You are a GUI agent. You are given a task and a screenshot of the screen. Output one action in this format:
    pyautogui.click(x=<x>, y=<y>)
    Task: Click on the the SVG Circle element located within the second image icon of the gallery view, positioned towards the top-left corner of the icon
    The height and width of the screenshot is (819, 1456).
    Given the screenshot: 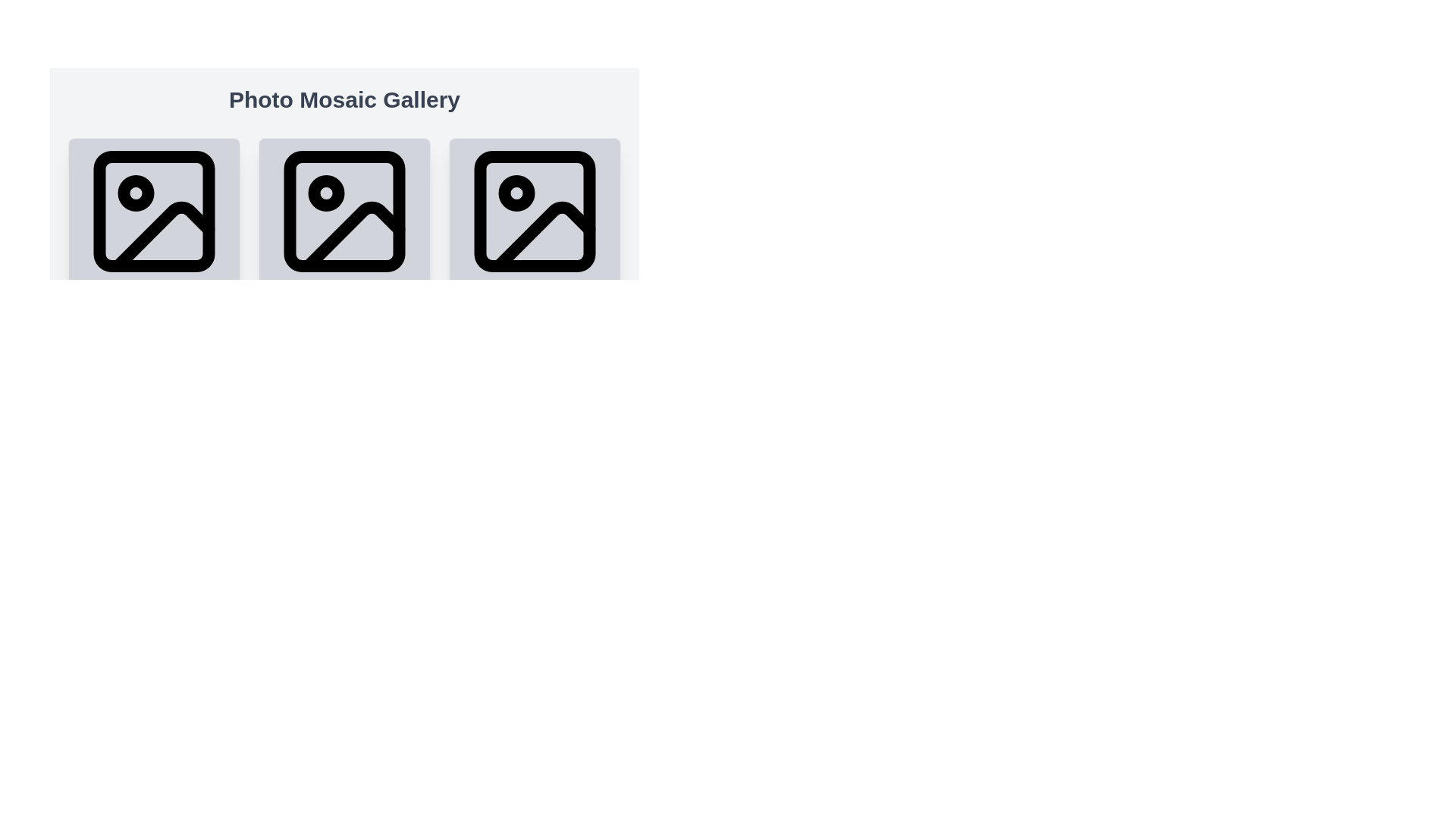 What is the action you would take?
    pyautogui.click(x=516, y=192)
    